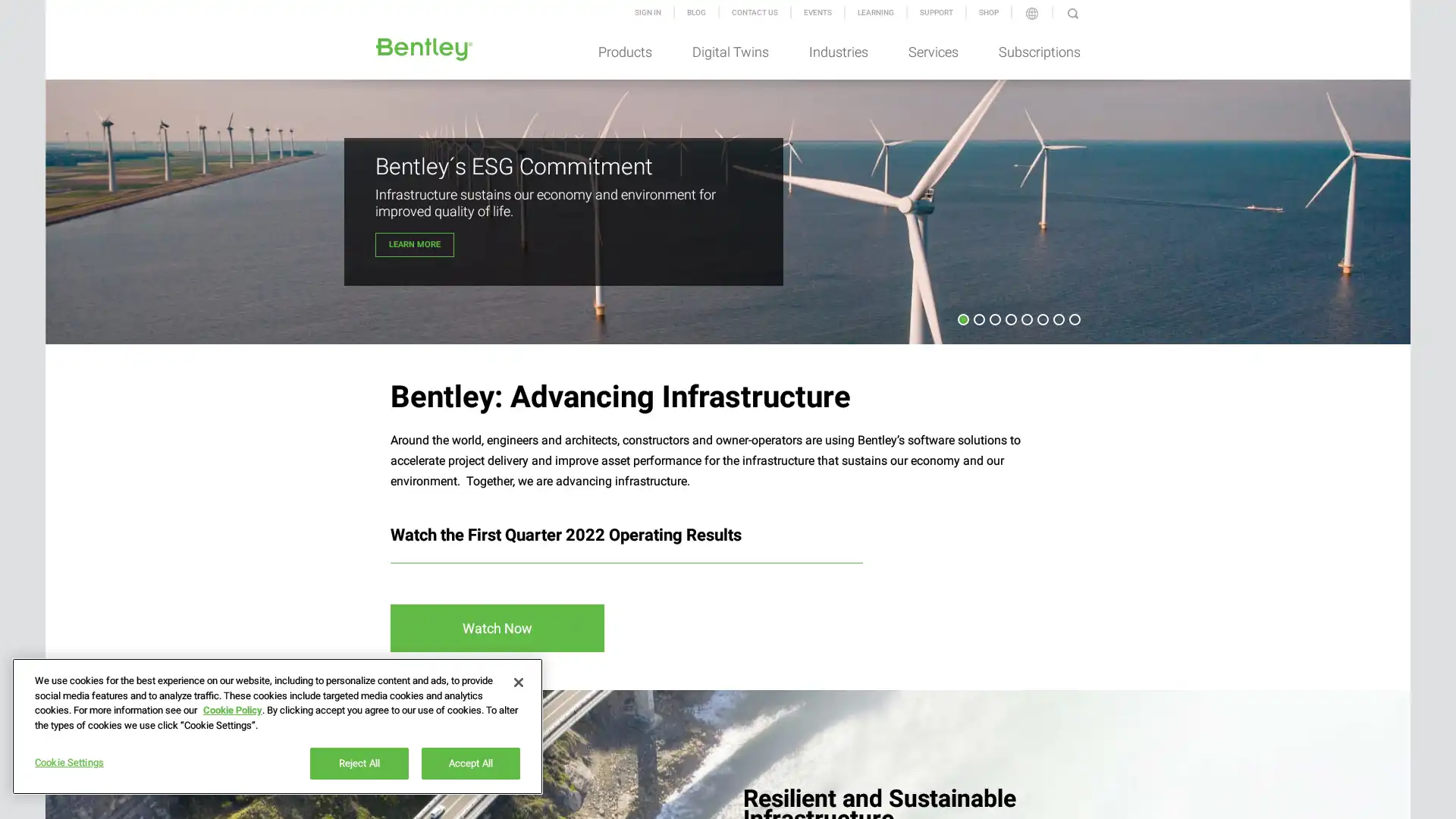  Describe the element at coordinates (359, 763) in the screenshot. I see `Reject All` at that location.